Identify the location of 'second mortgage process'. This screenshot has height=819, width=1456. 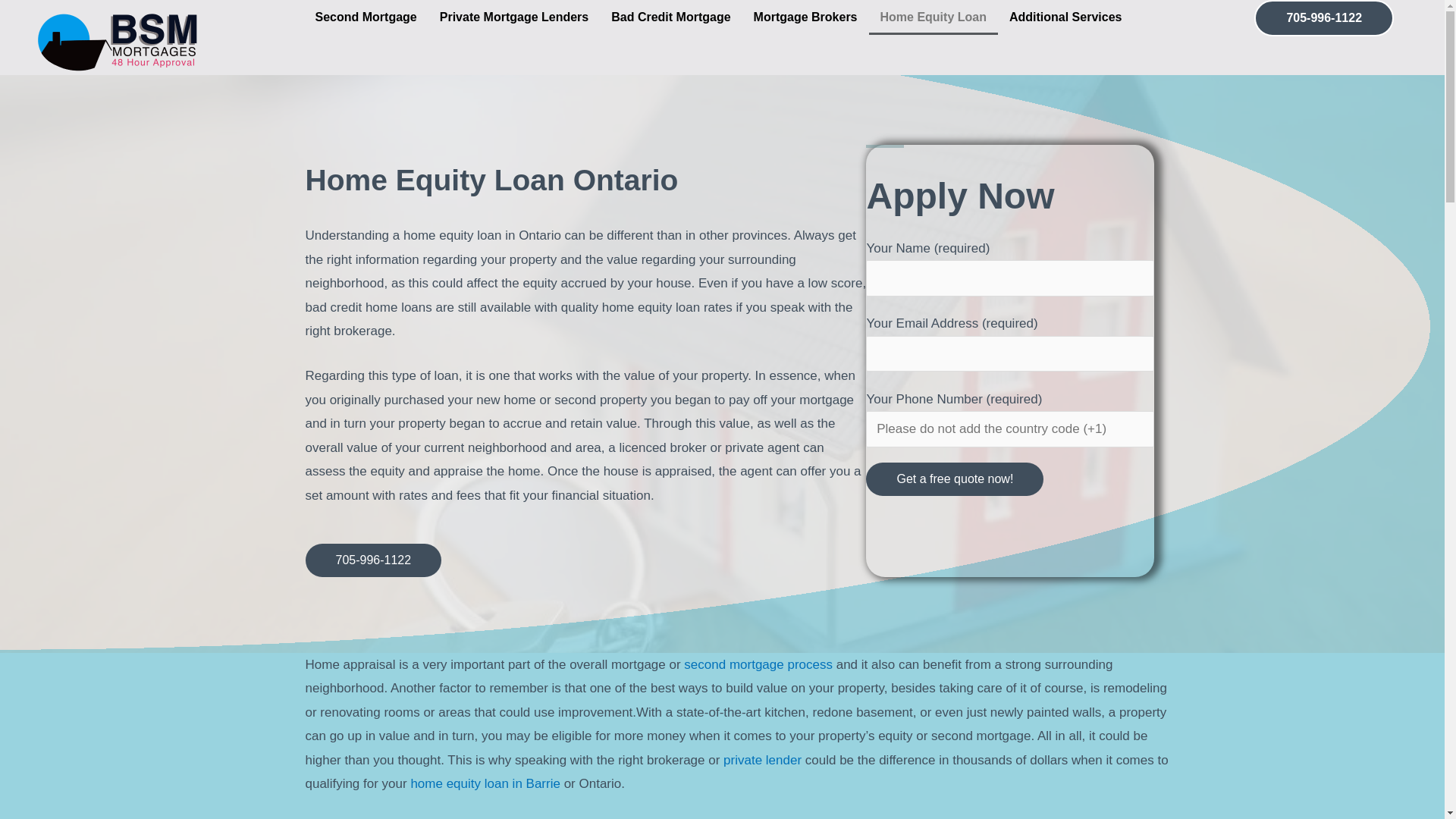
(758, 664).